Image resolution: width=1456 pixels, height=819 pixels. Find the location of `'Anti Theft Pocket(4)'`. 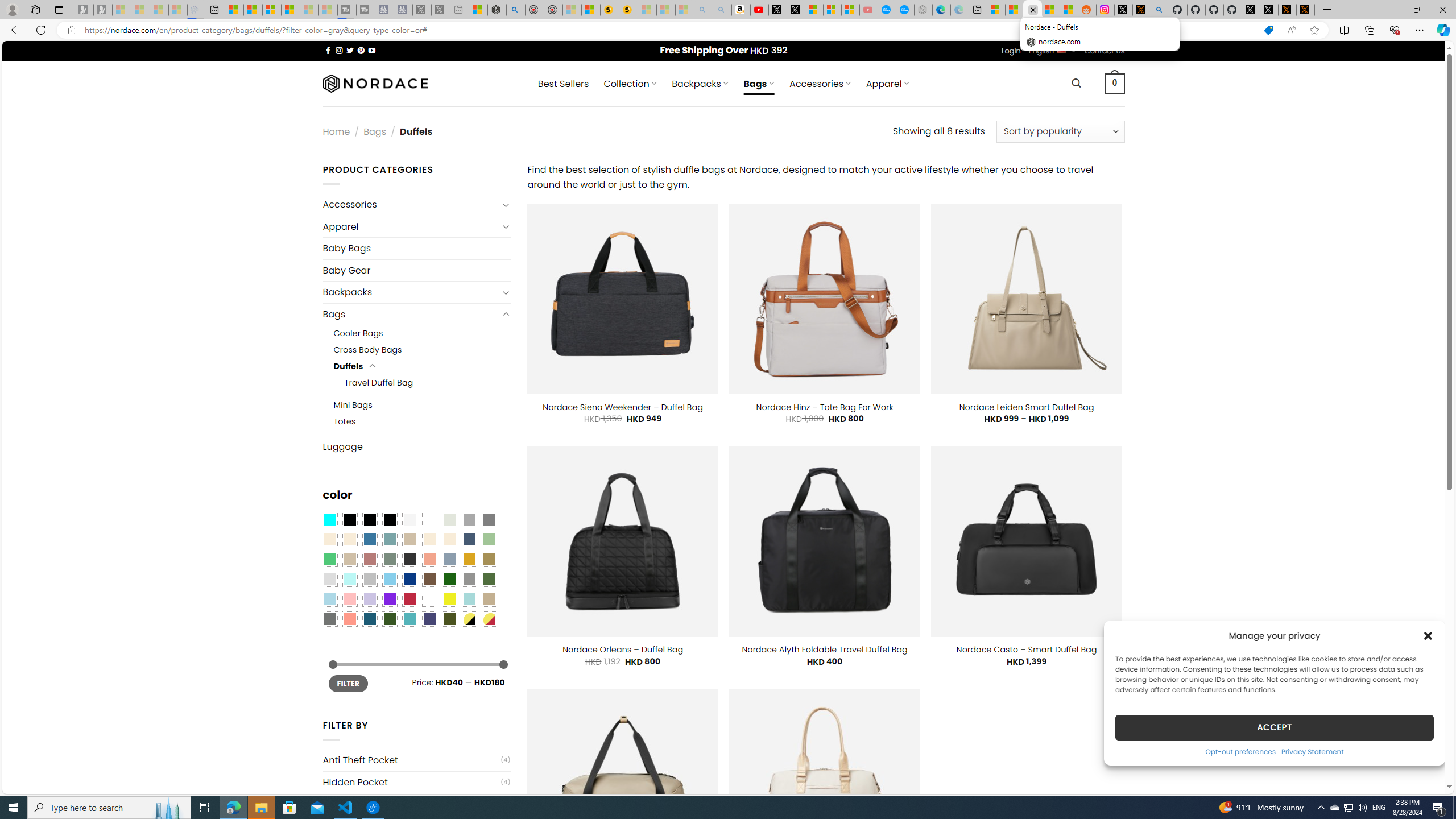

'Anti Theft Pocket(4)' is located at coordinates (416, 760).